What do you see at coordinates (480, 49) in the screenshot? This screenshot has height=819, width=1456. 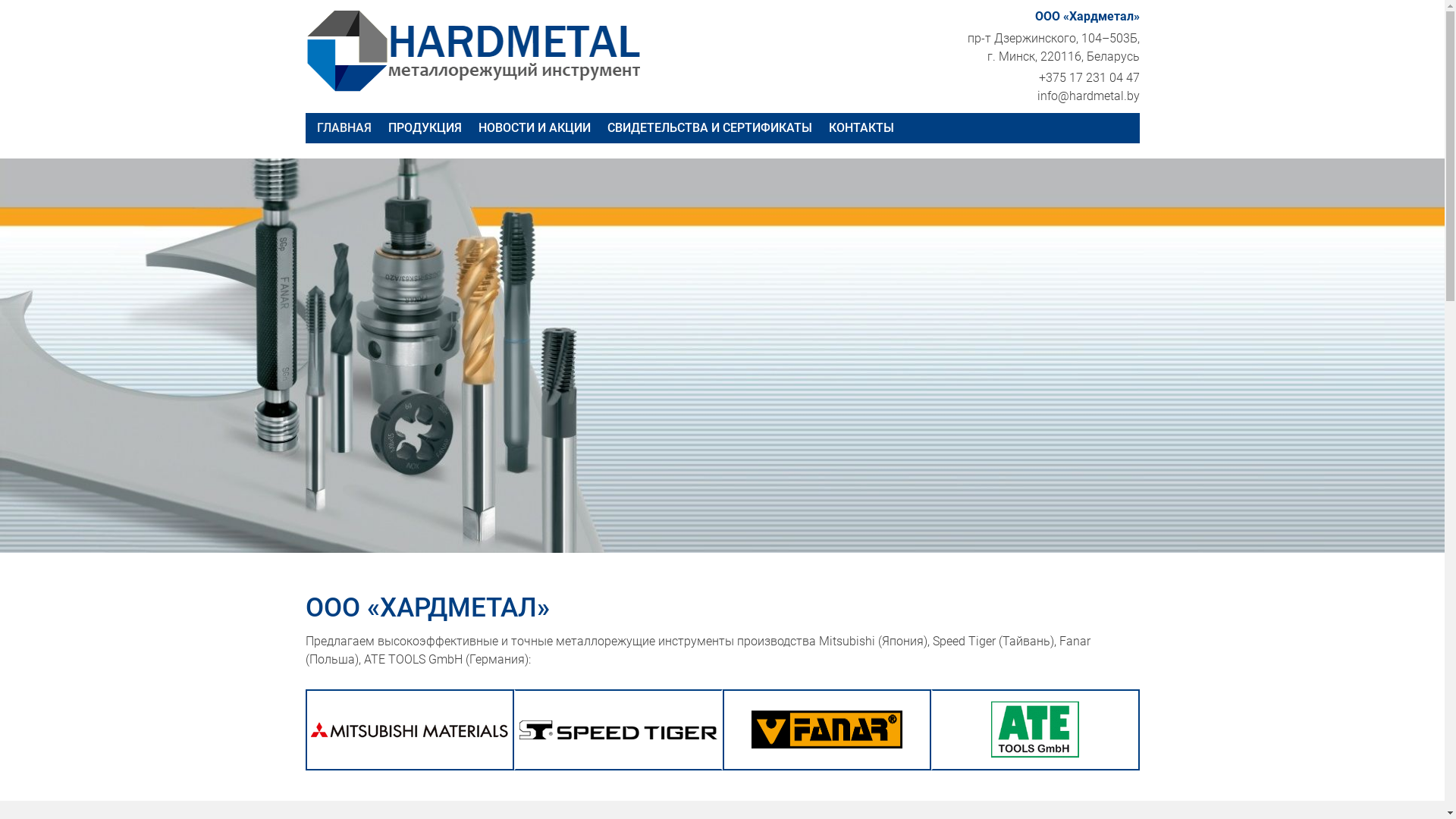 I see `'hardmetal2'` at bounding box center [480, 49].